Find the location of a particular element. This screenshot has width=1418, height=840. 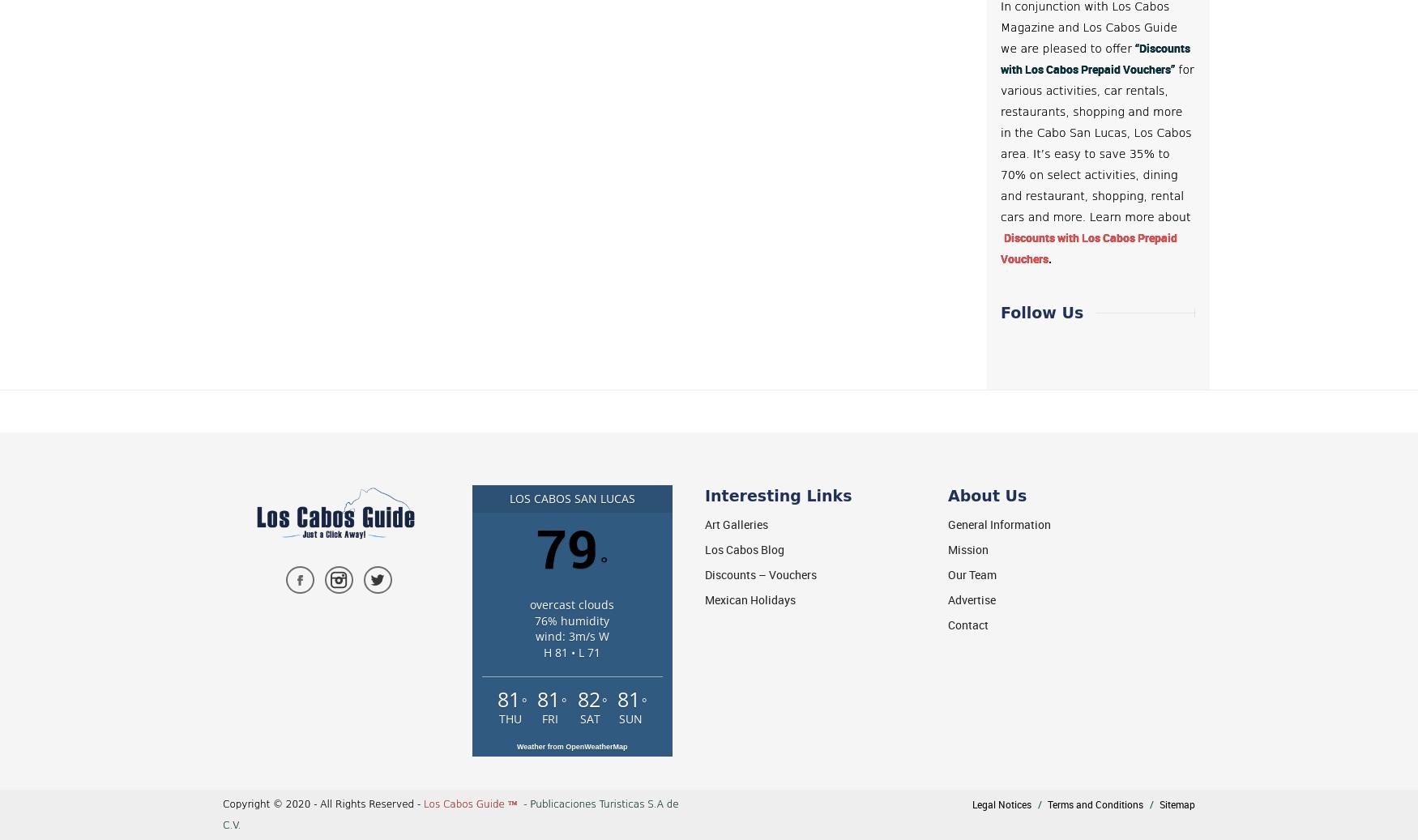

'Contact' is located at coordinates (968, 625).